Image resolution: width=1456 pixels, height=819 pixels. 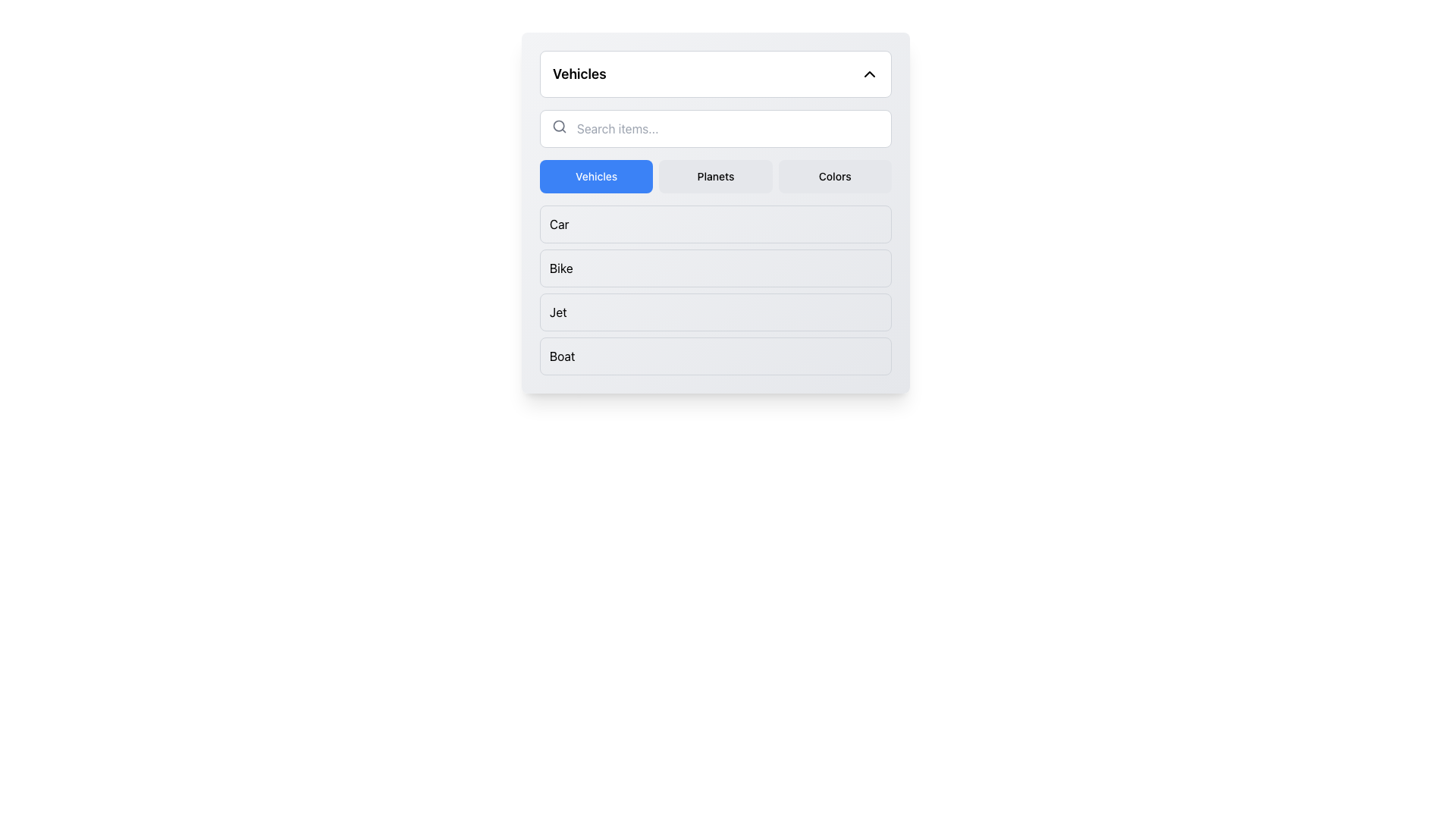 I want to click on the 'Jet' text label within the selectable list item in the dropdown menu under the 'Vehicles' category, so click(x=557, y=312).